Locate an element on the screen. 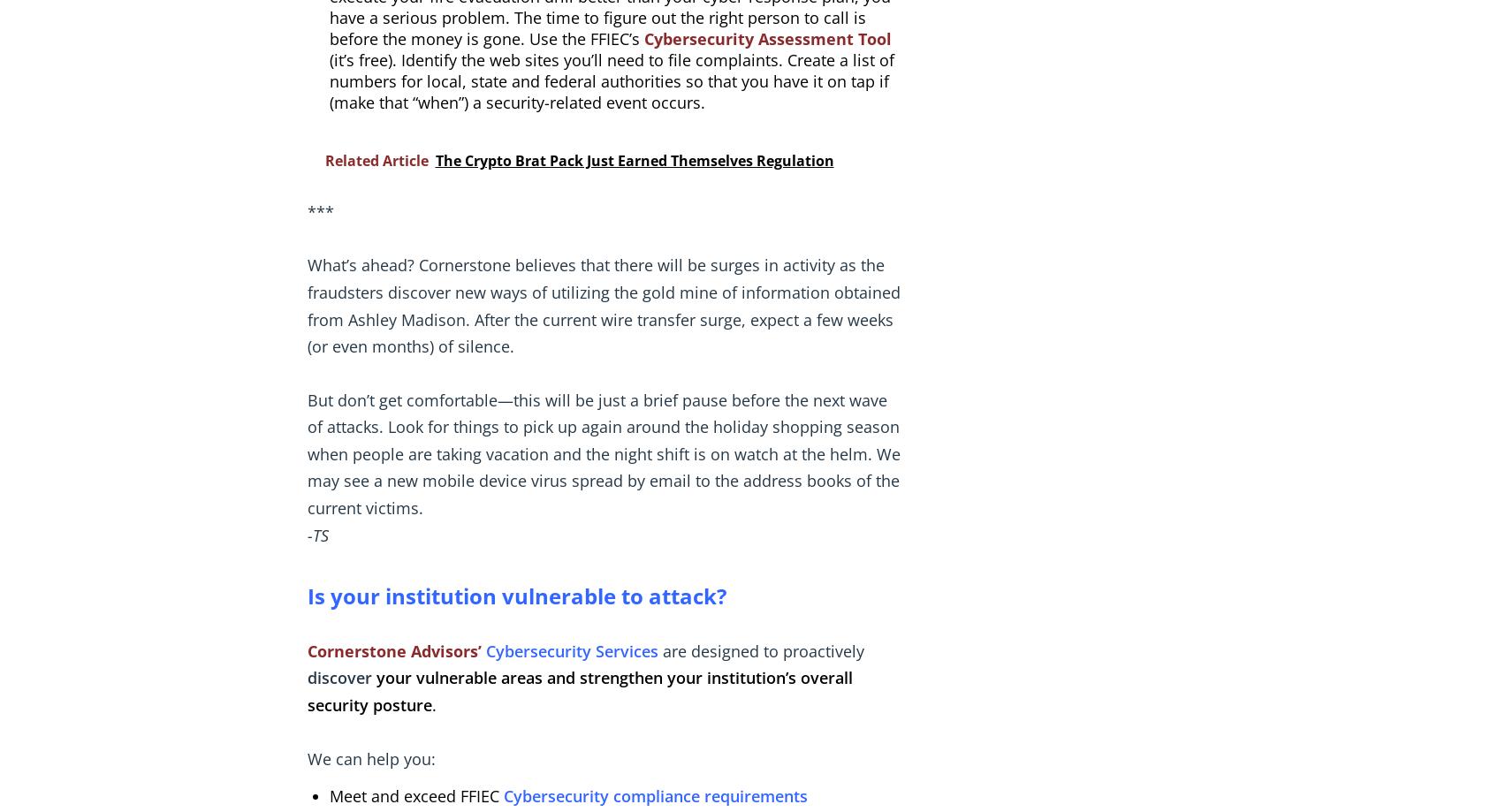 This screenshot has width=1498, height=812. 'discover' is located at coordinates (305, 677).